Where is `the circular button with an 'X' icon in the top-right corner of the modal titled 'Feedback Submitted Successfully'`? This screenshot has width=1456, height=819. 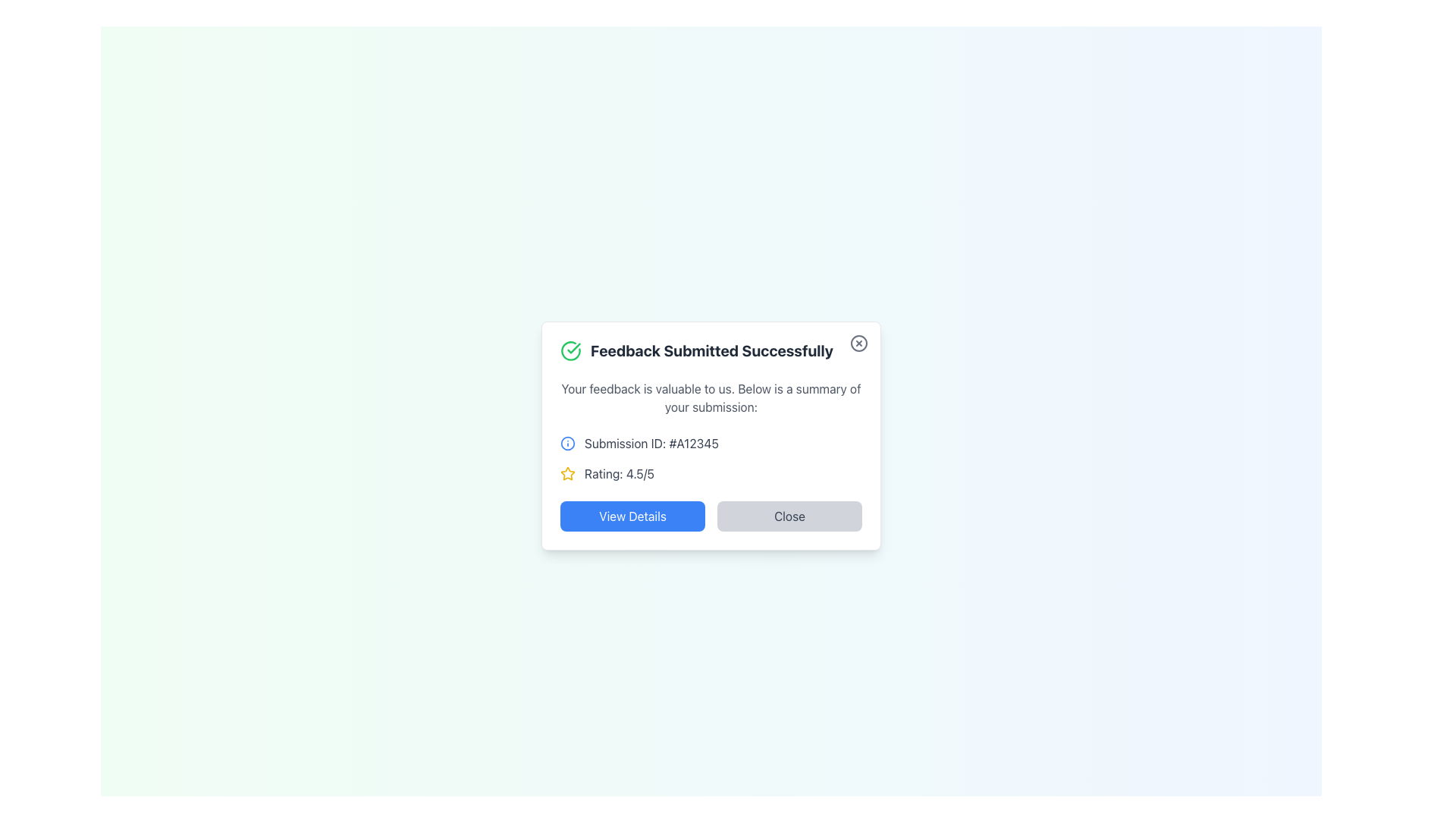 the circular button with an 'X' icon in the top-right corner of the modal titled 'Feedback Submitted Successfully' is located at coordinates (858, 343).